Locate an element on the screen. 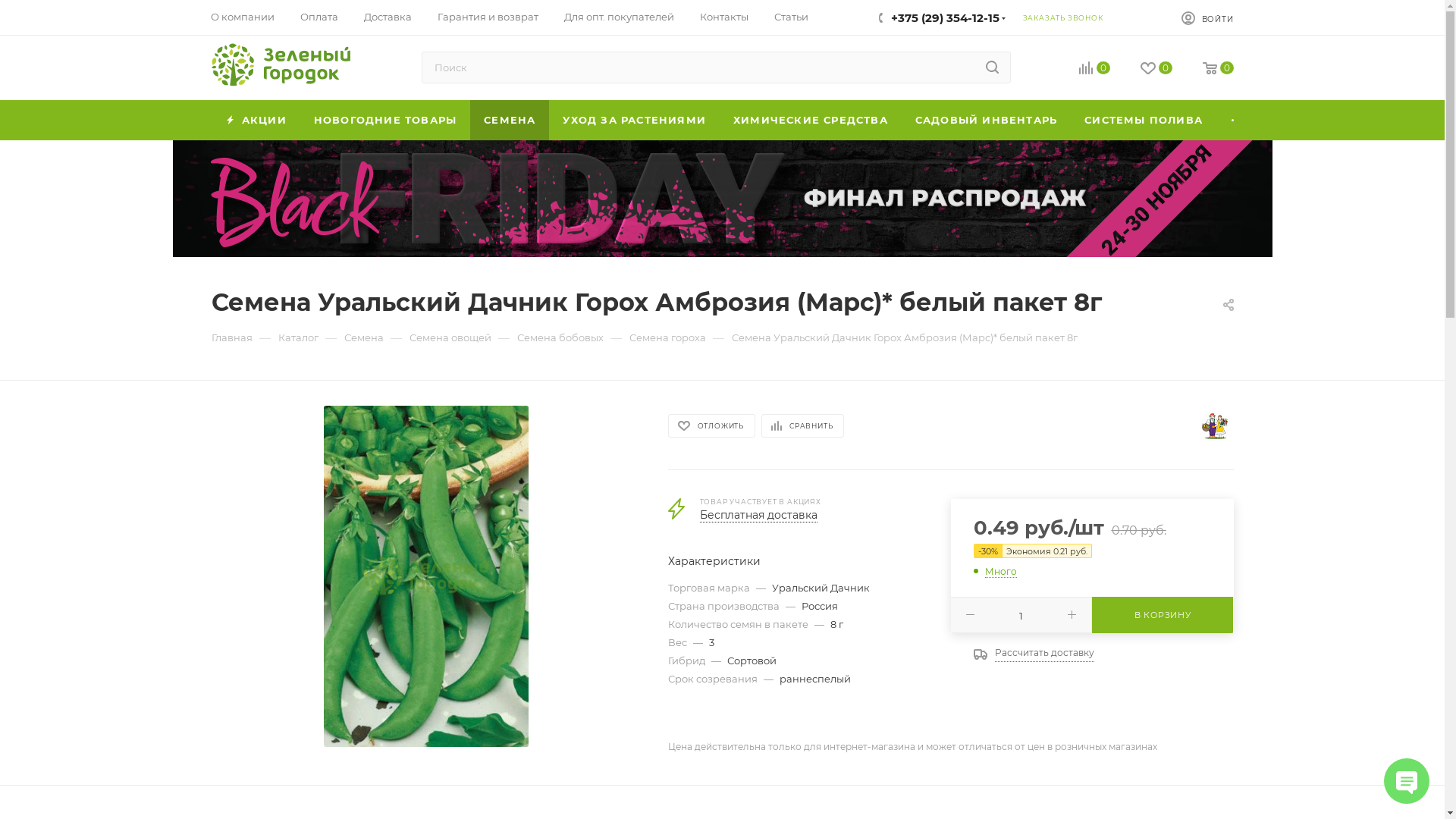  '0' is located at coordinates (1218, 69).